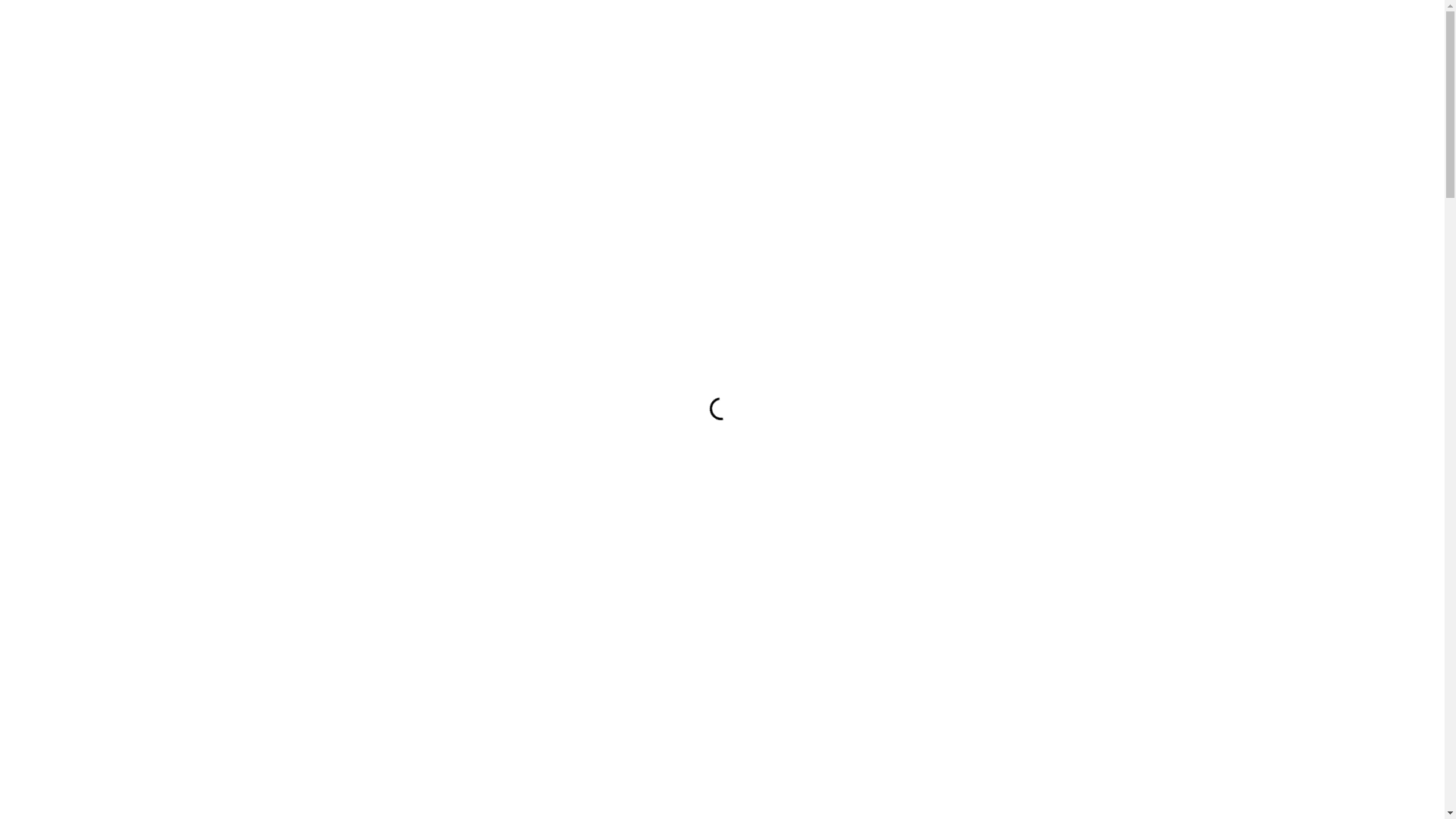 Image resolution: width=1456 pixels, height=819 pixels. I want to click on 'E-Mail Adresse', so click(607, 523).